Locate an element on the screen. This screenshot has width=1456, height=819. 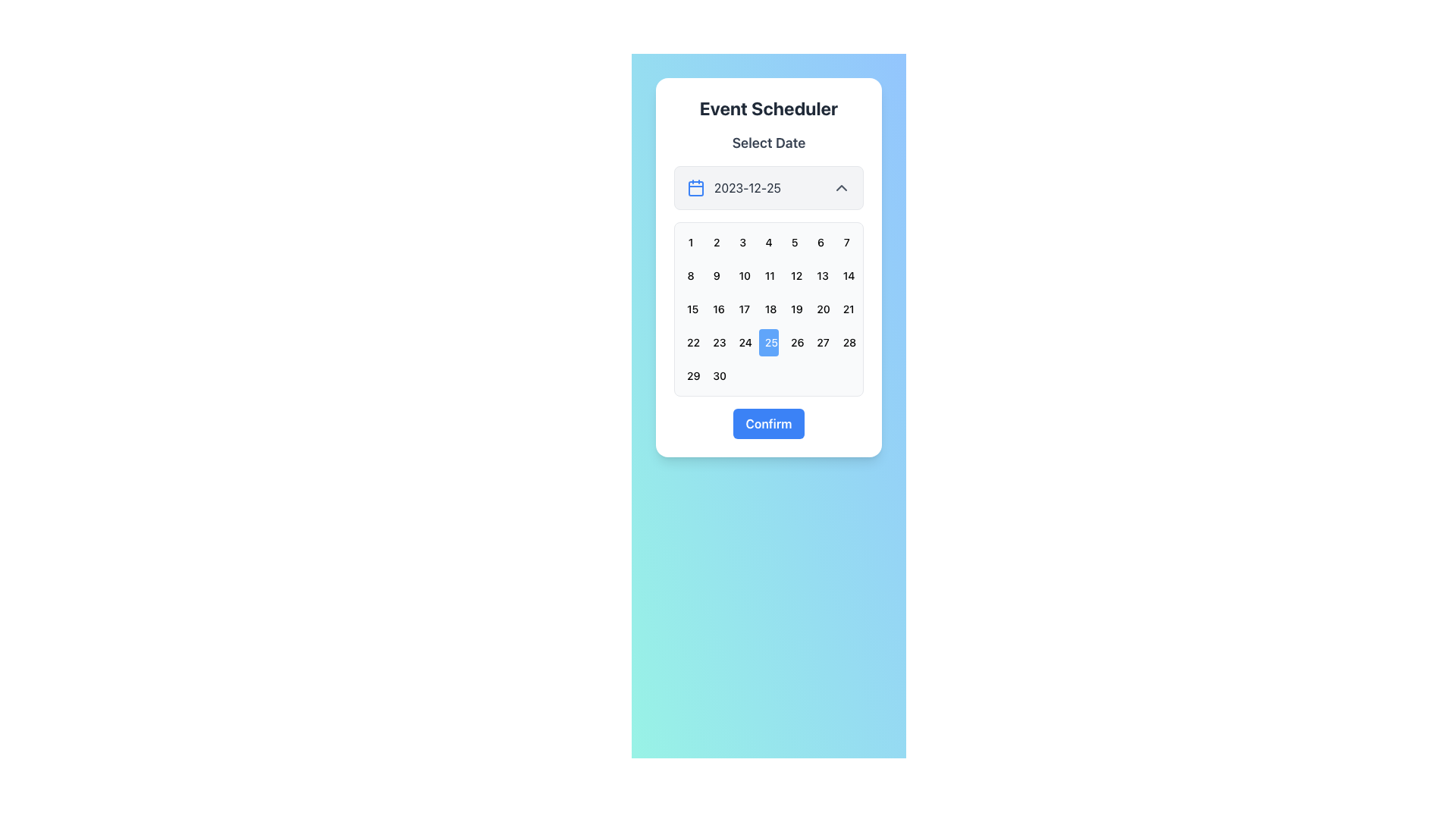
the text label that reads 'Select Date', which is styled in bold, dark gray font and is located at the top of the modal interface, directly below the header 'Event Scheduler' is located at coordinates (768, 143).